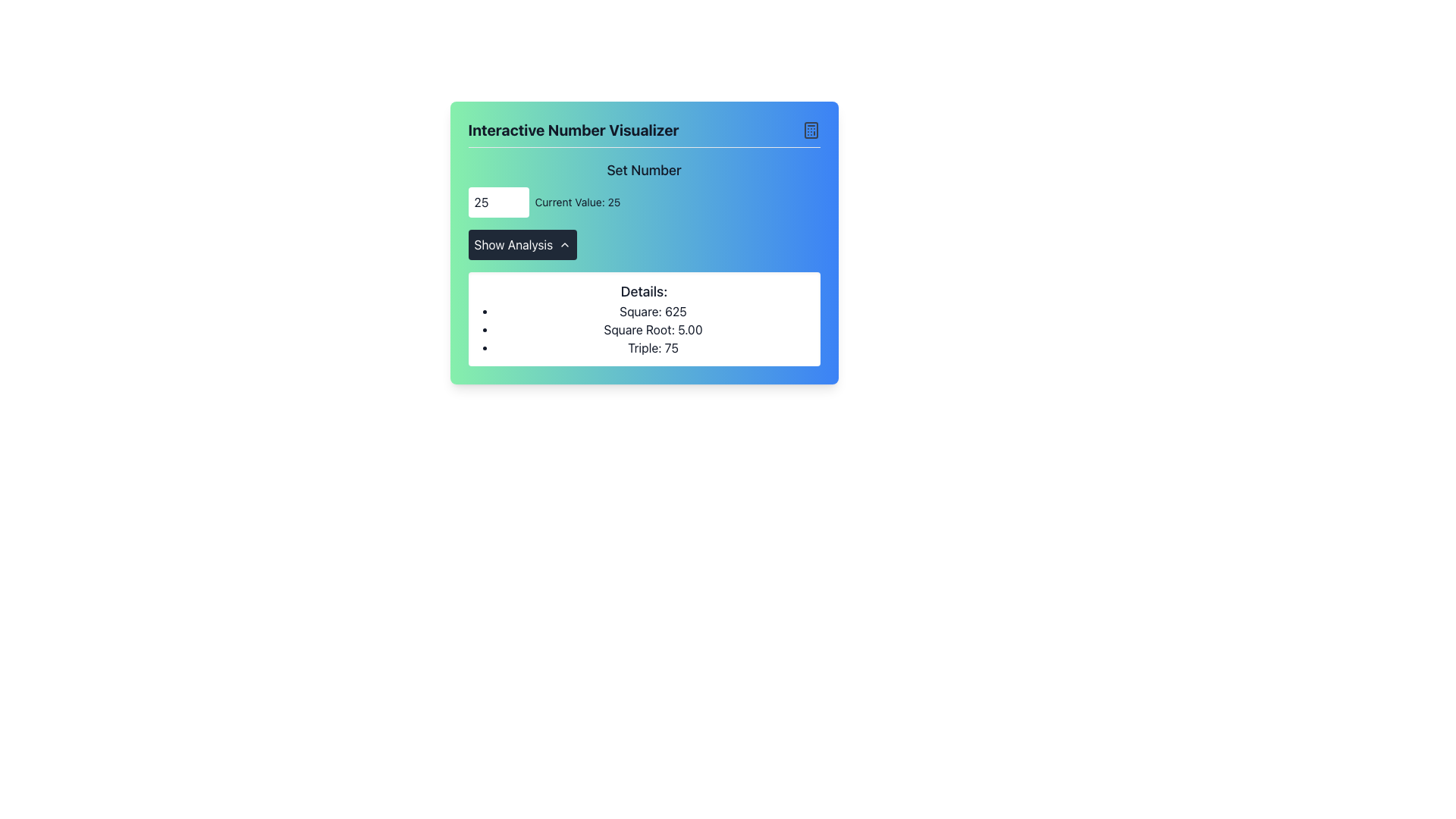 The width and height of the screenshot is (1456, 819). I want to click on the numerical input field displaying the value '25', which is styled with rounded corners and bordered in light gray, so click(498, 201).